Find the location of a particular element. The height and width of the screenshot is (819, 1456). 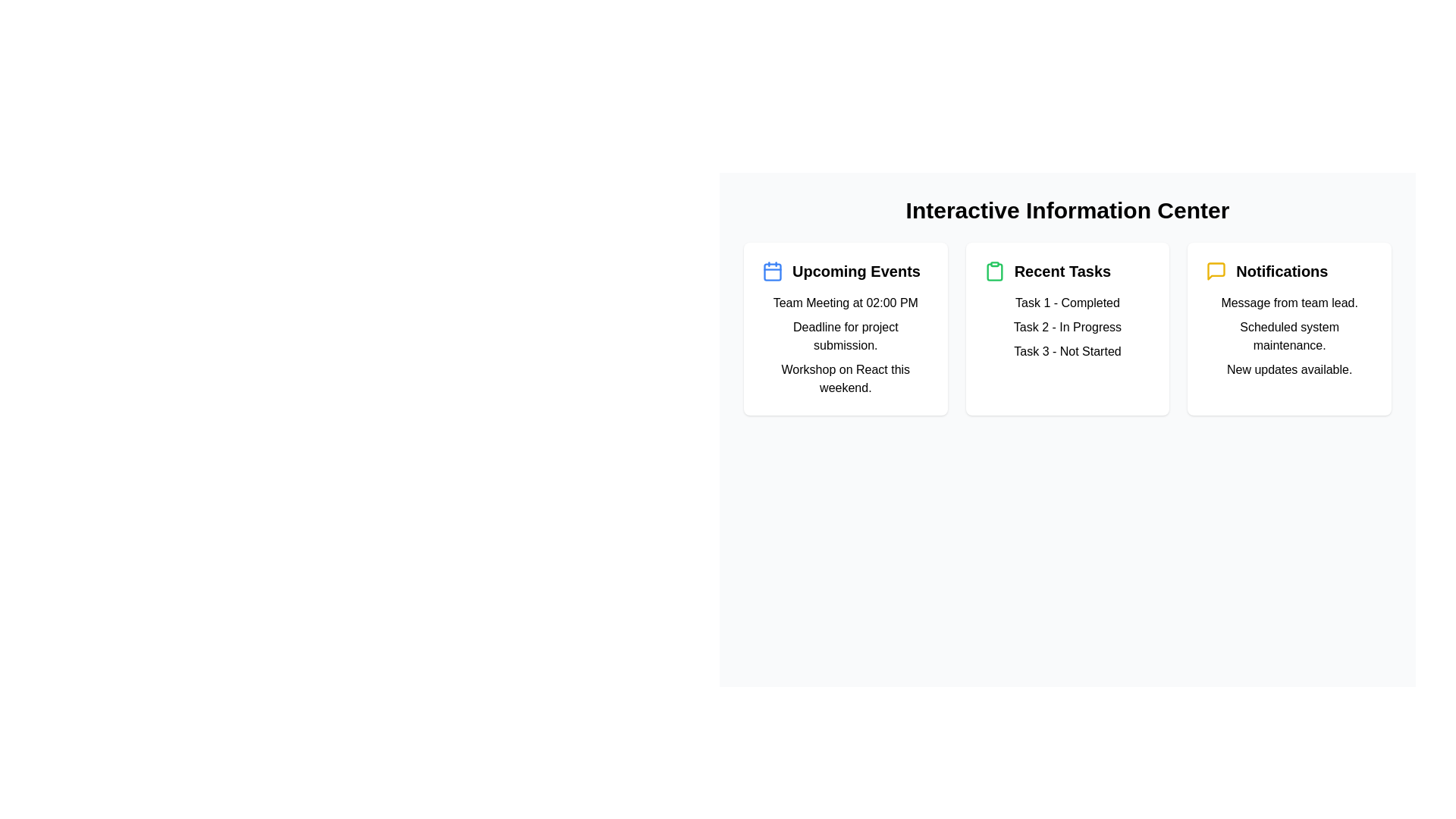

the notifications icon located at the top-right corner of the Notifications card is located at coordinates (1216, 271).